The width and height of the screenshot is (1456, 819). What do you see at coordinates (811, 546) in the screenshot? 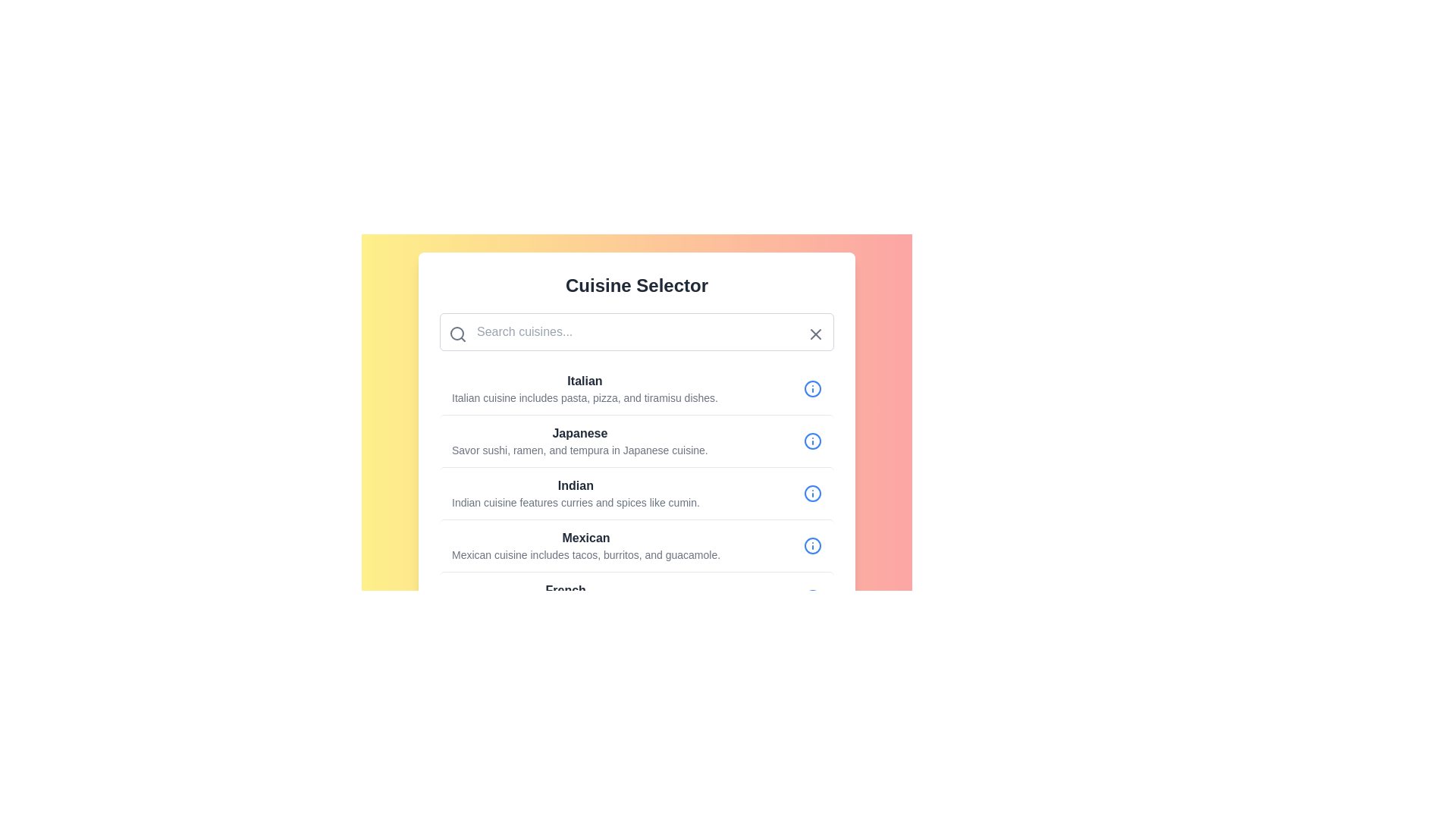
I see `the information indicator icon (circle with additional inside elements) adjacent to the 'Mexican' text` at bounding box center [811, 546].